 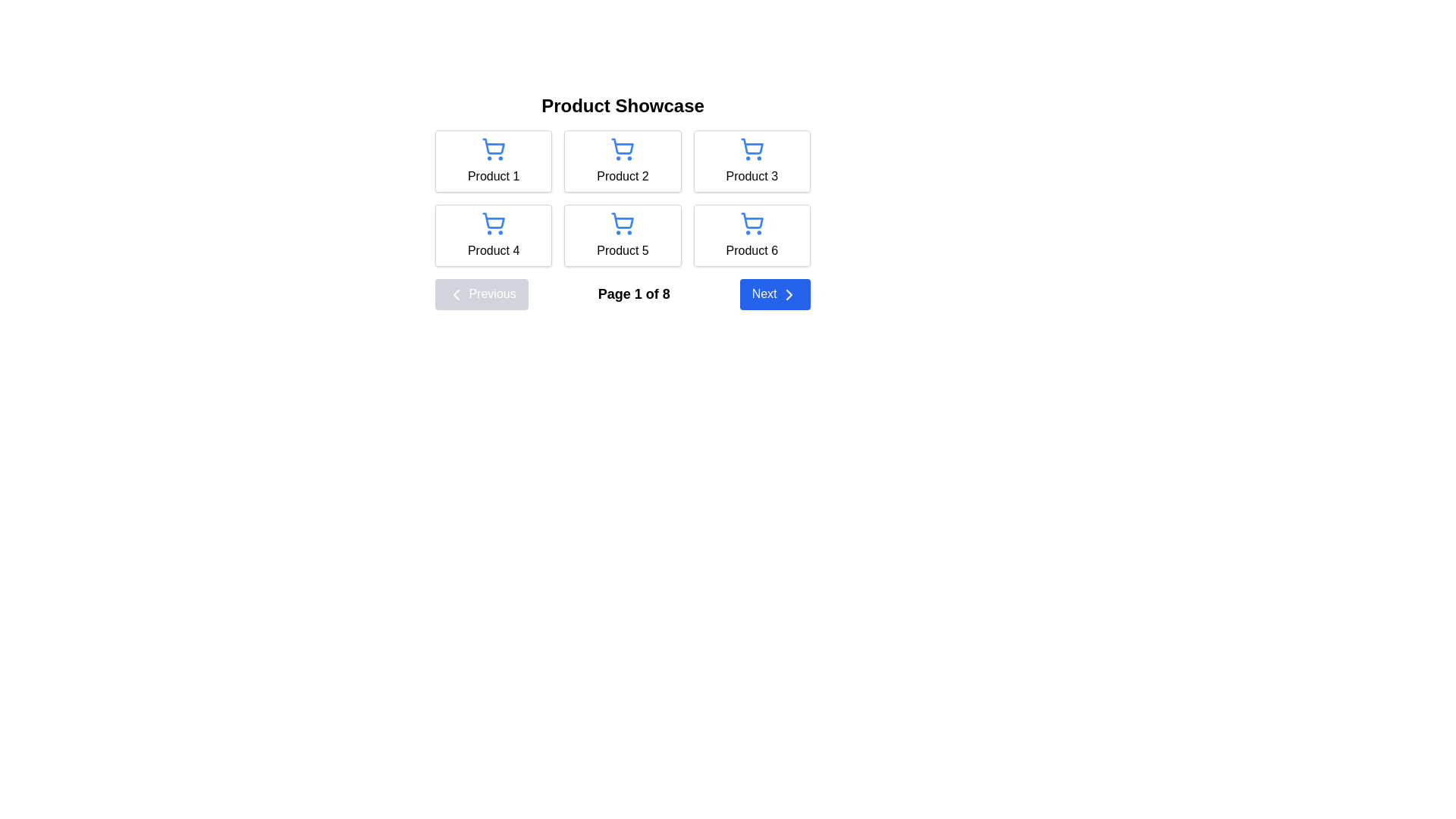 I want to click on the shopping cart icon located in the top-right card of the grid layout labeled 'Product 3', so click(x=752, y=149).